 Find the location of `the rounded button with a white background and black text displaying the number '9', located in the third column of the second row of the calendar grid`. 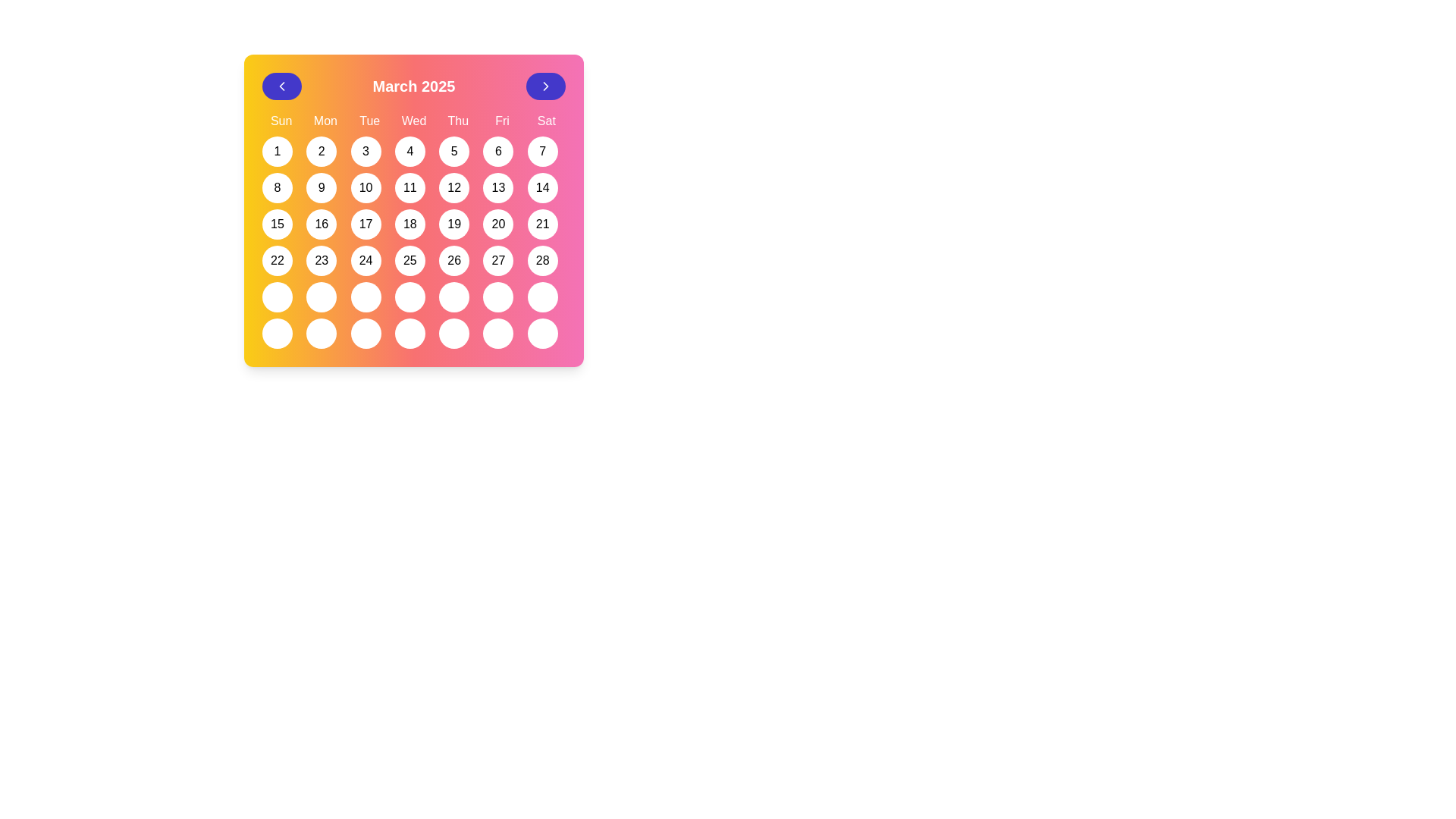

the rounded button with a white background and black text displaying the number '9', located in the third column of the second row of the calendar grid is located at coordinates (321, 187).